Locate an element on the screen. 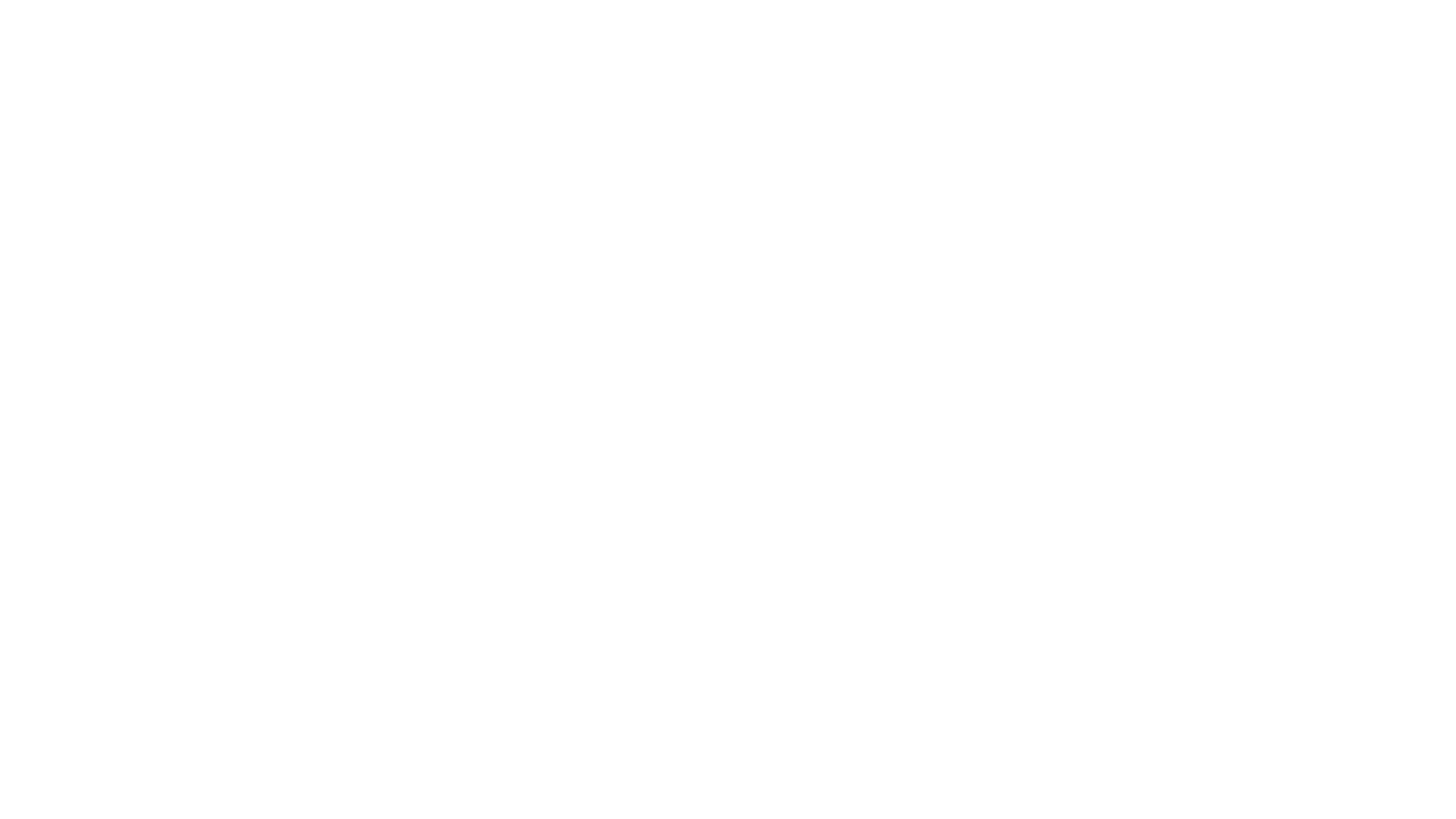 The height and width of the screenshot is (819, 1456). Show next month is located at coordinates (823, 166).